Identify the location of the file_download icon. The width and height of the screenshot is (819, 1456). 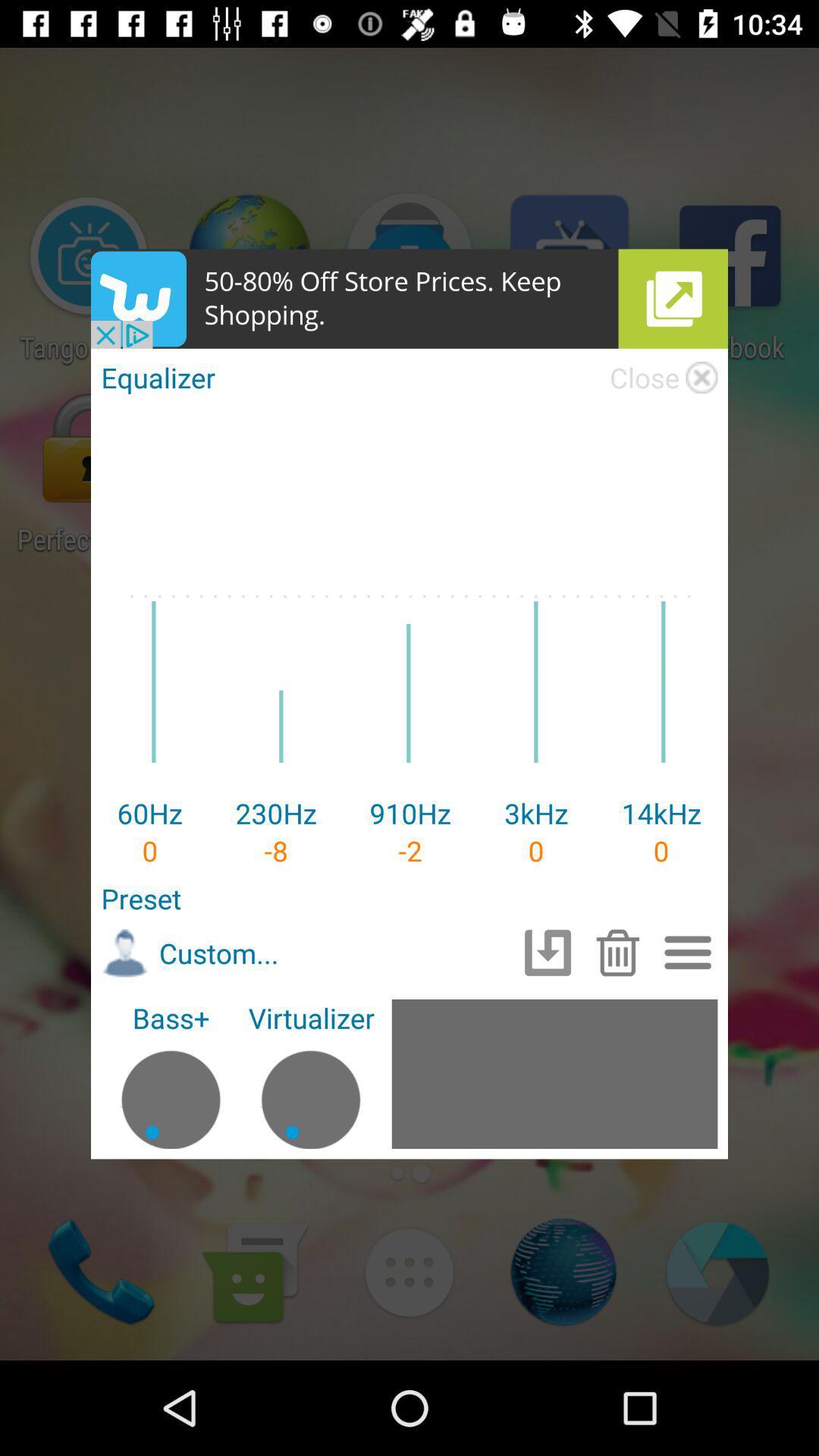
(548, 952).